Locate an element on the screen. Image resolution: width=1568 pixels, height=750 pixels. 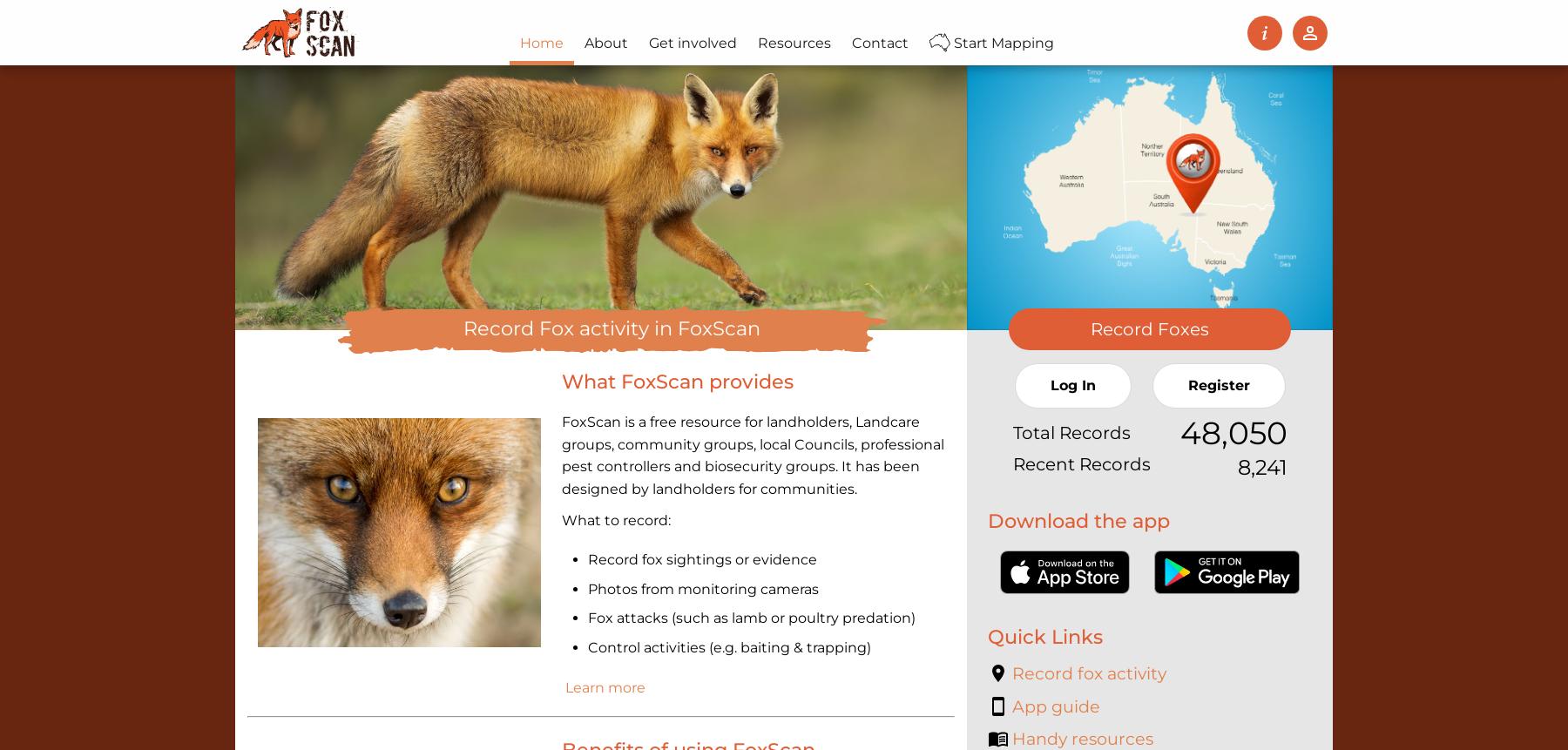
'Total Records' is located at coordinates (1070, 432).